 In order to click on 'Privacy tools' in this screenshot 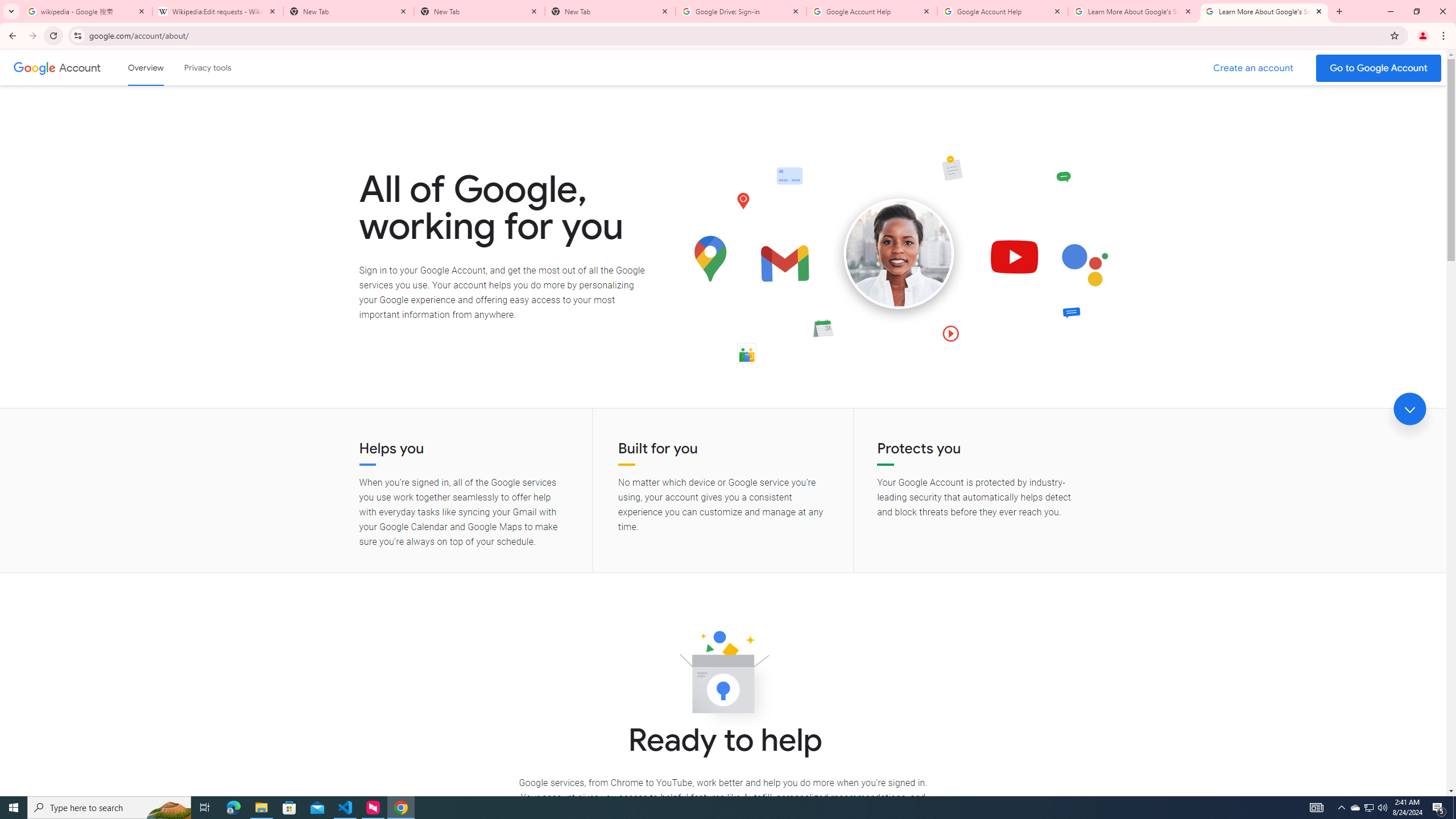, I will do `click(206, 67)`.